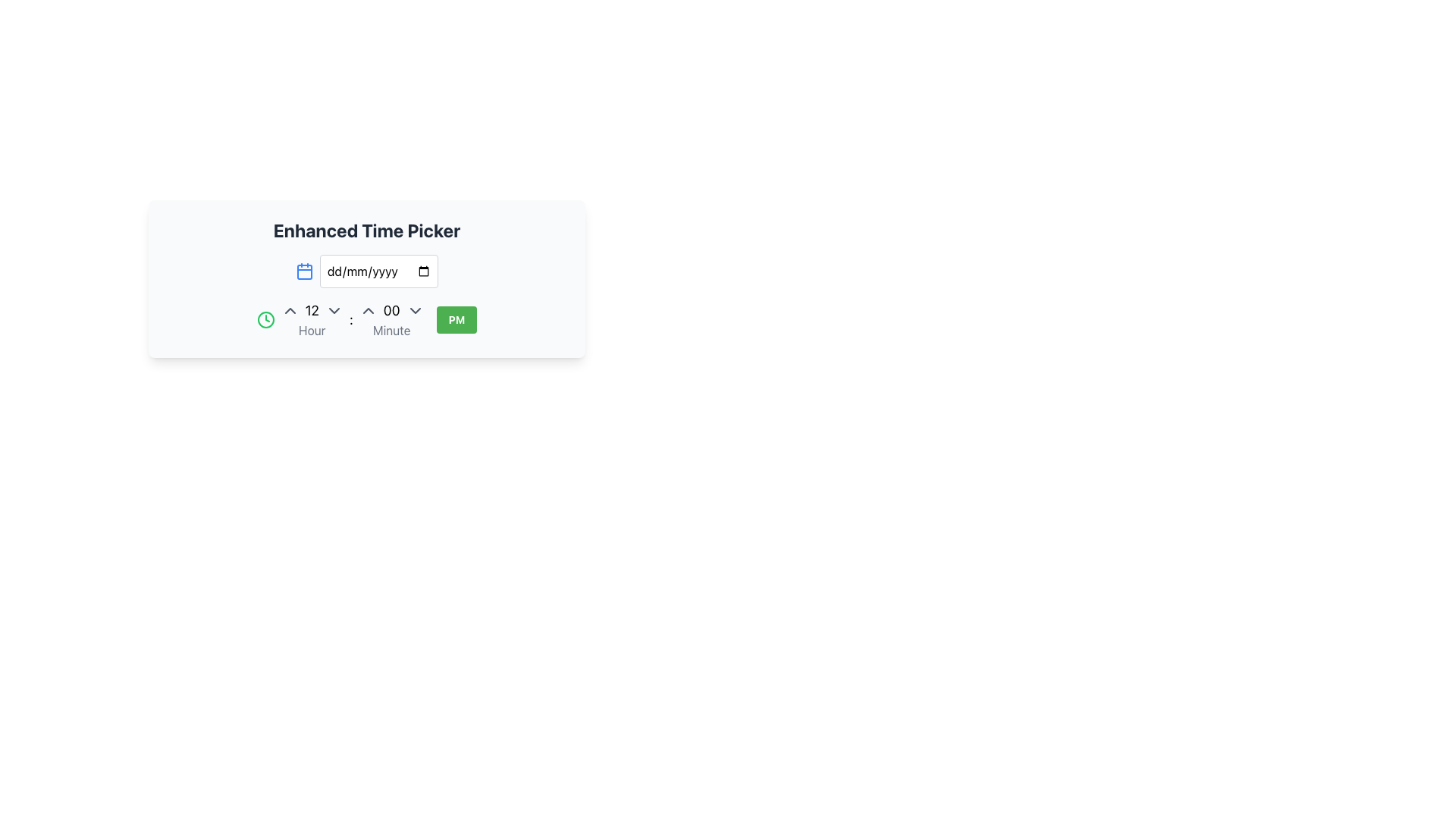 The image size is (1456, 819). I want to click on the Chevron icon for the dropdown control, so click(415, 309).